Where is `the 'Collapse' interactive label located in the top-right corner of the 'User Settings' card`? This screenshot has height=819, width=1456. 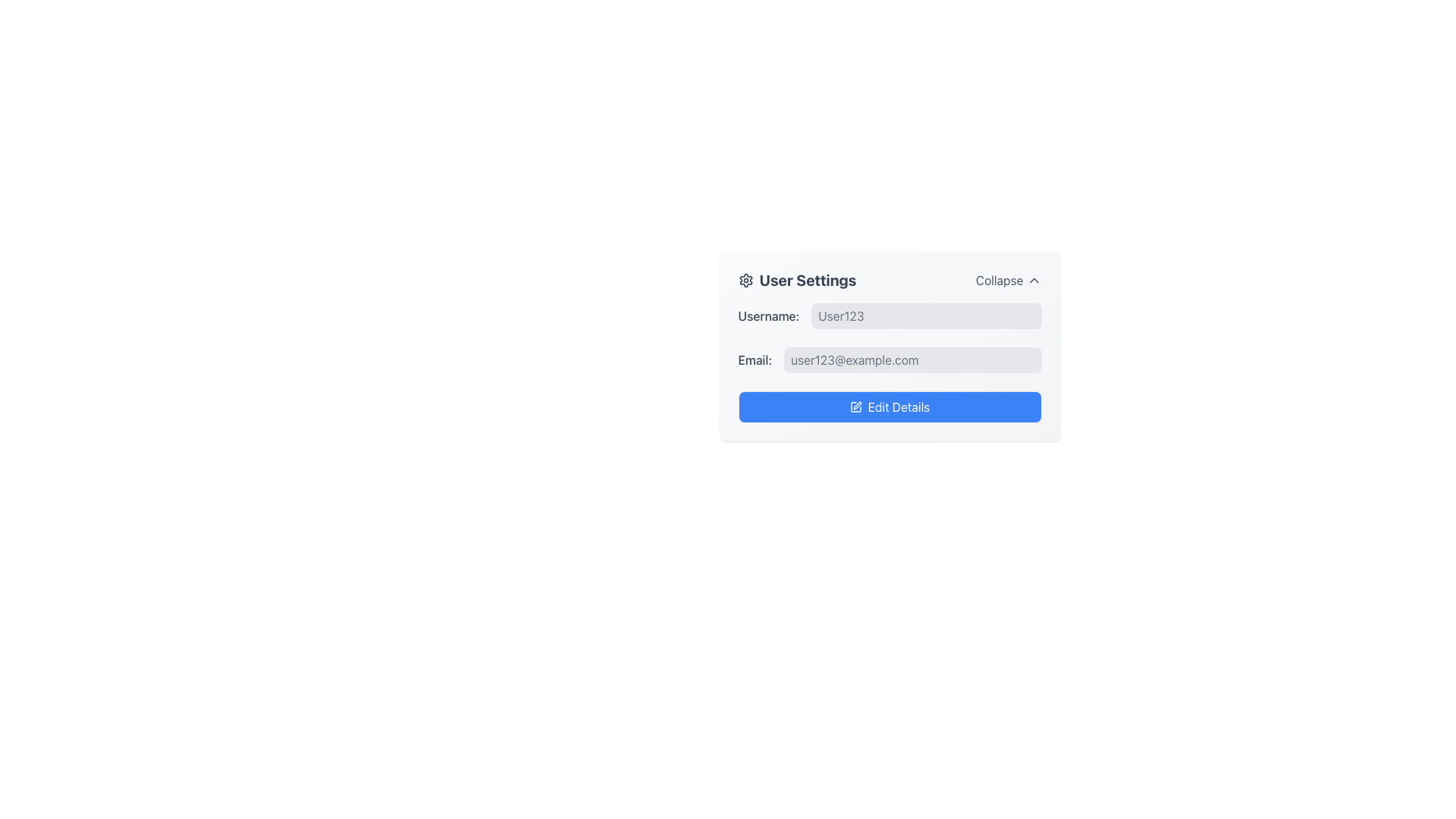
the 'Collapse' interactive label located in the top-right corner of the 'User Settings' card is located at coordinates (1008, 281).